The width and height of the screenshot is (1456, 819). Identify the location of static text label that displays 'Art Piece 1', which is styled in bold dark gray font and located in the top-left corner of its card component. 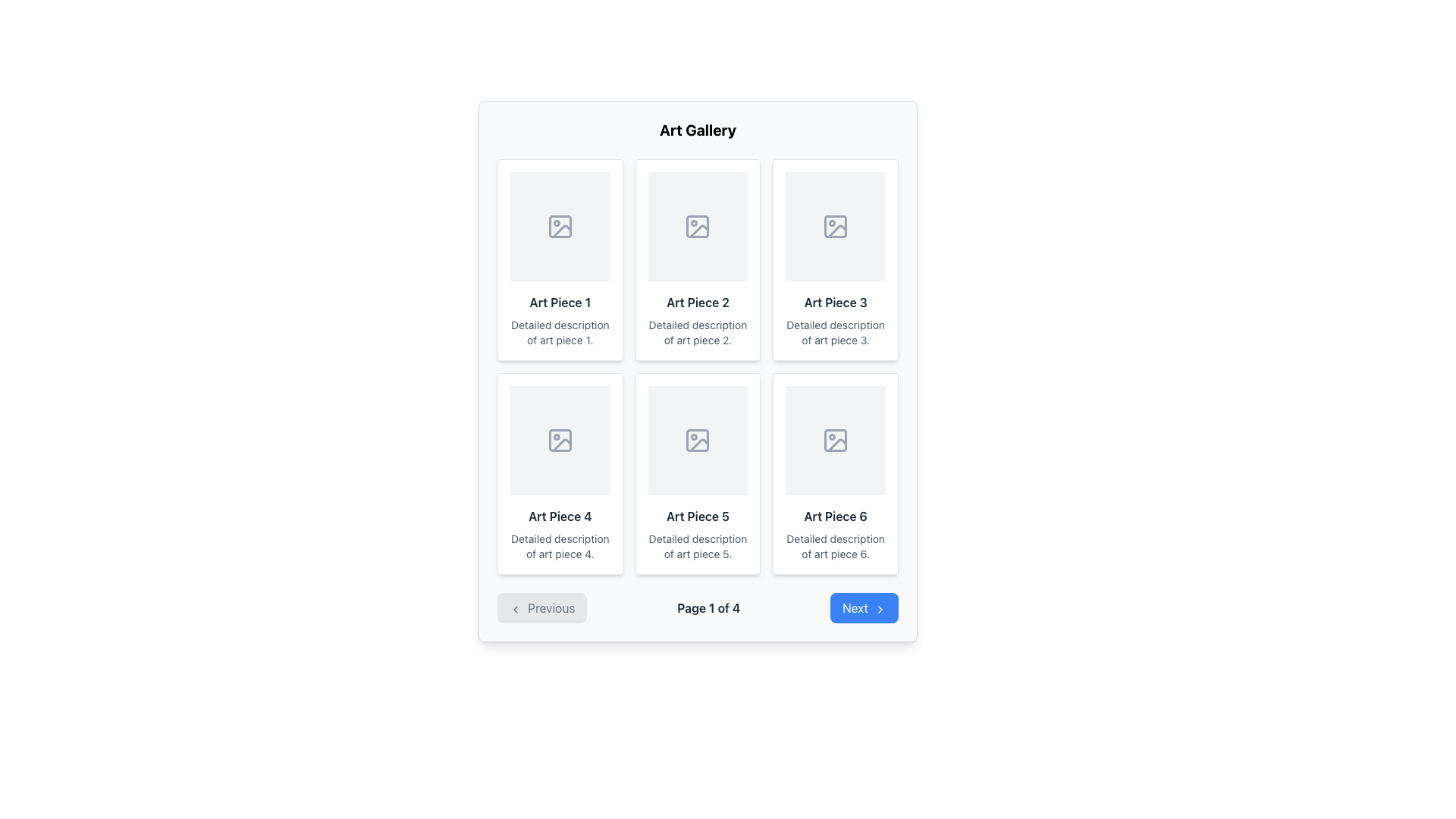
(559, 302).